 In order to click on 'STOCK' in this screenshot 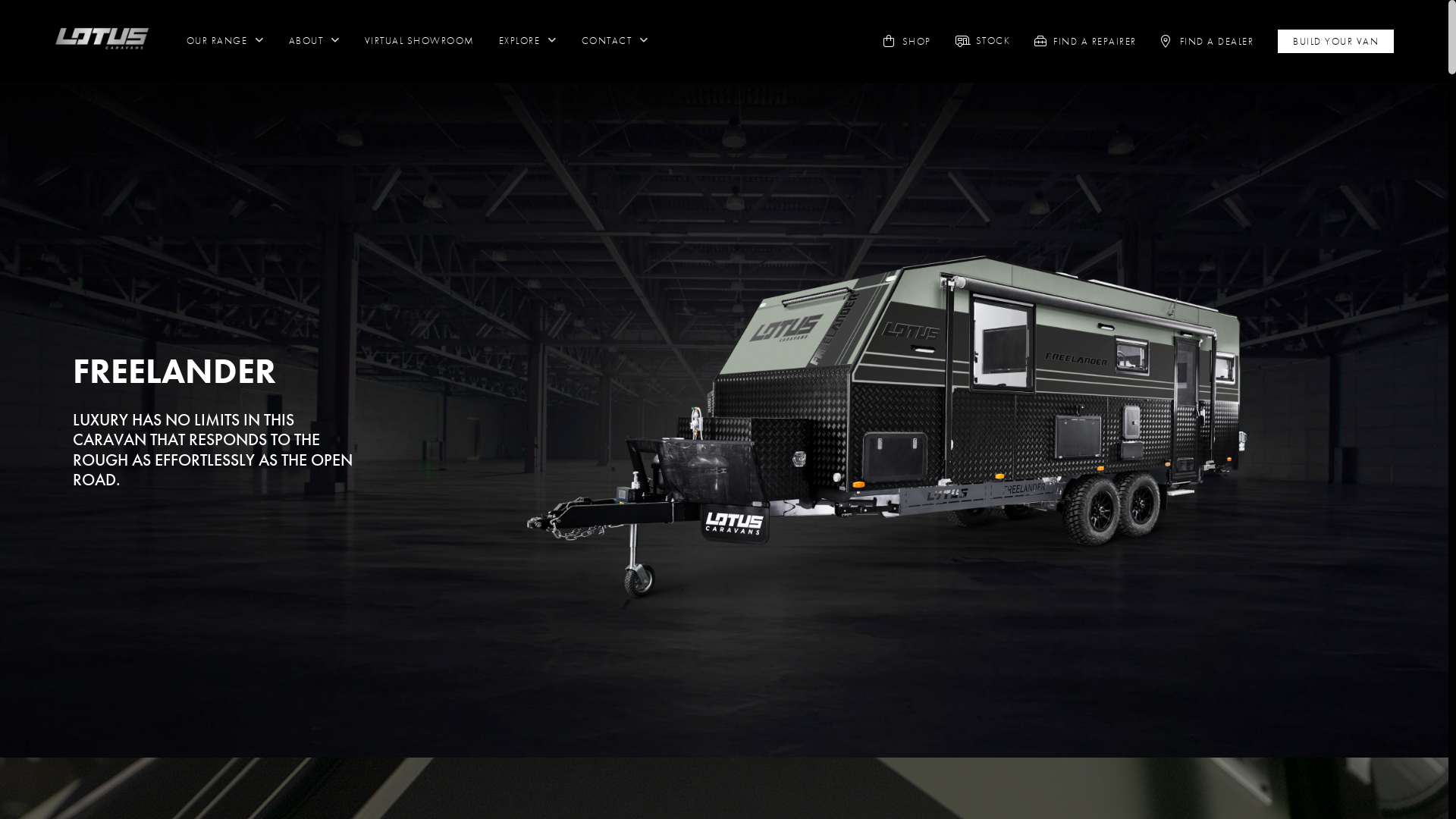, I will do `click(993, 40)`.